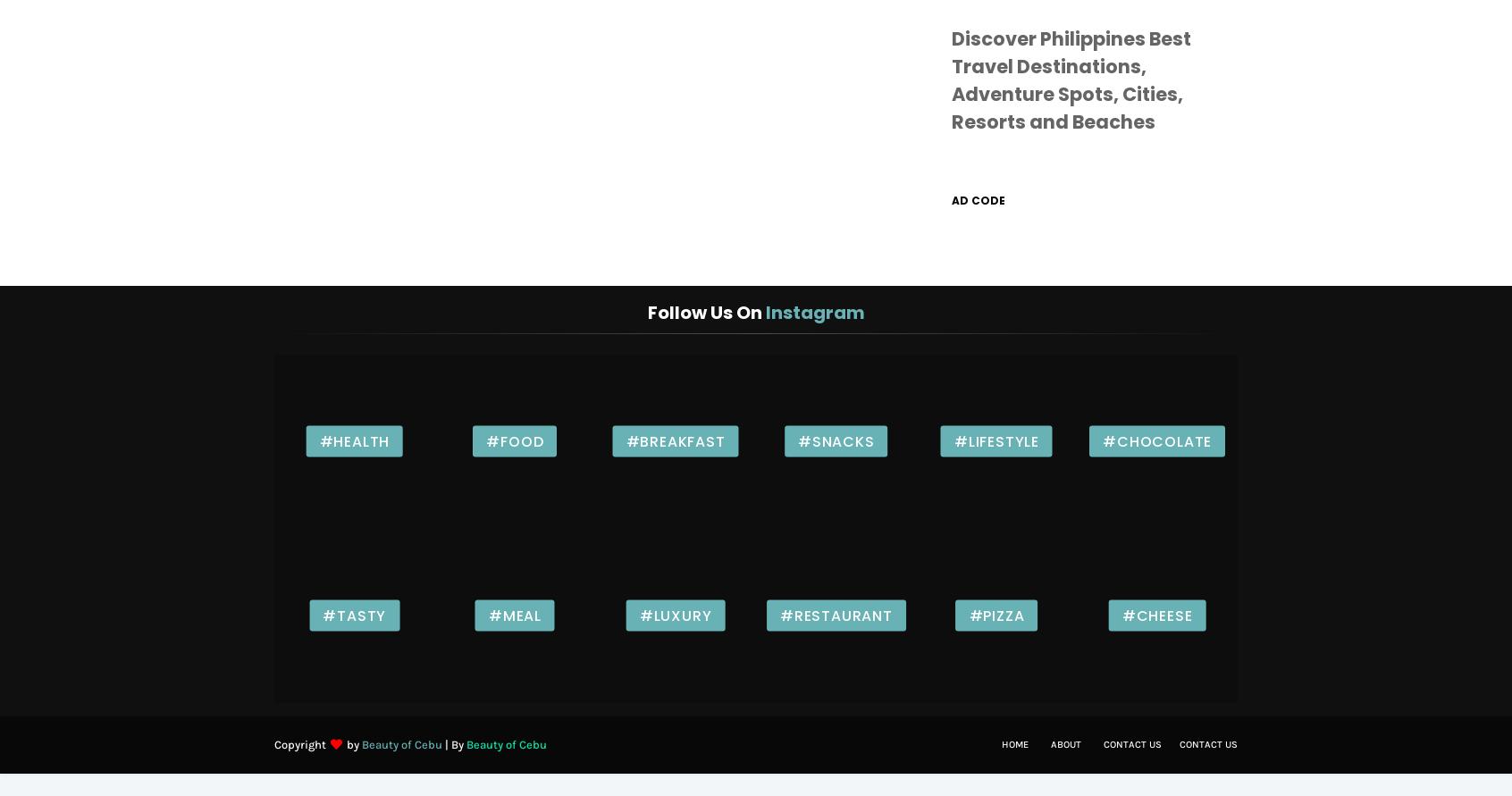 Image resolution: width=1512 pixels, height=796 pixels. I want to click on 'Follow Us On', so click(705, 311).